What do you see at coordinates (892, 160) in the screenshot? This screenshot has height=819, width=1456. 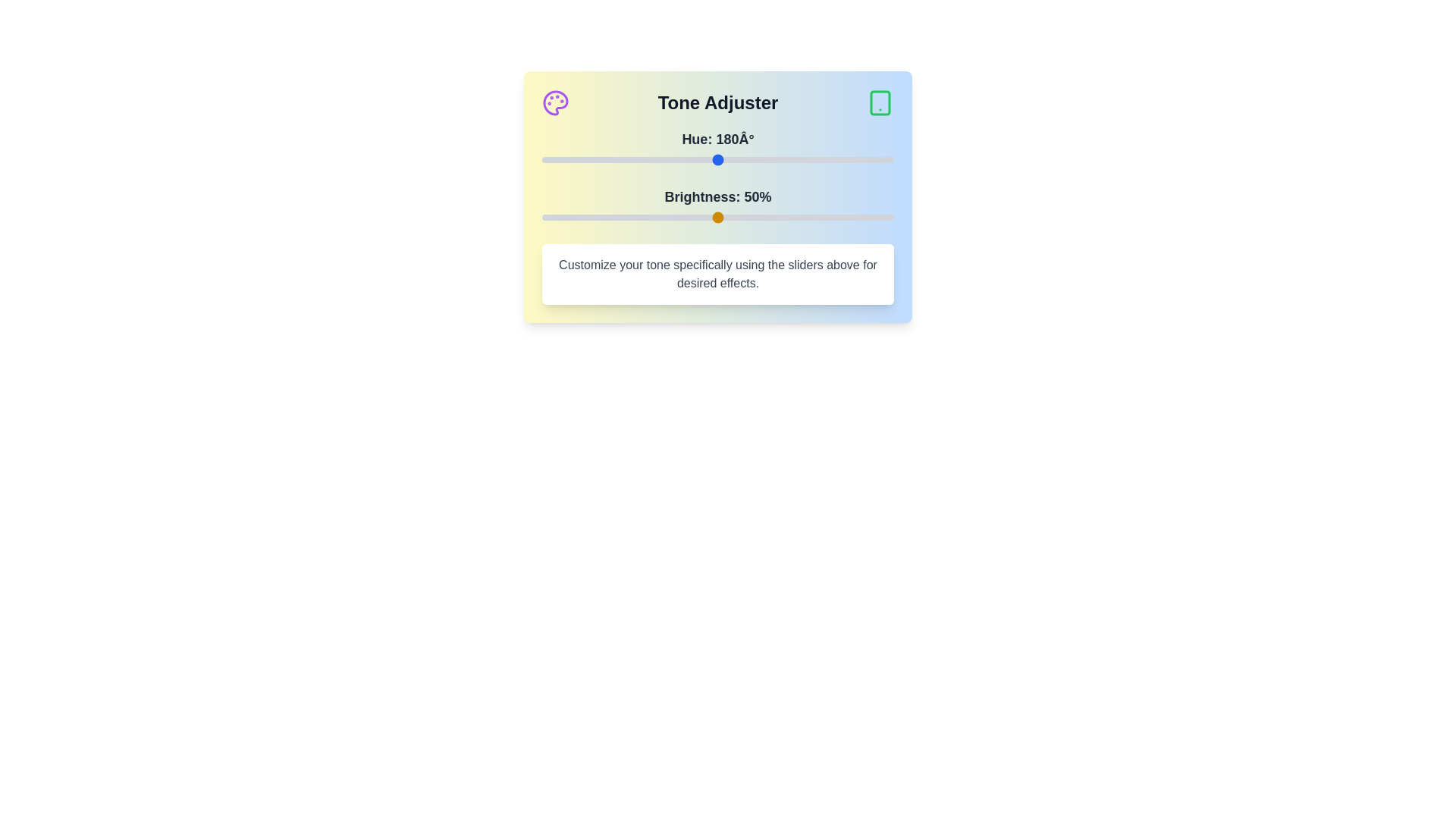 I see `the hue slider to set the hue to 358 degrees` at bounding box center [892, 160].